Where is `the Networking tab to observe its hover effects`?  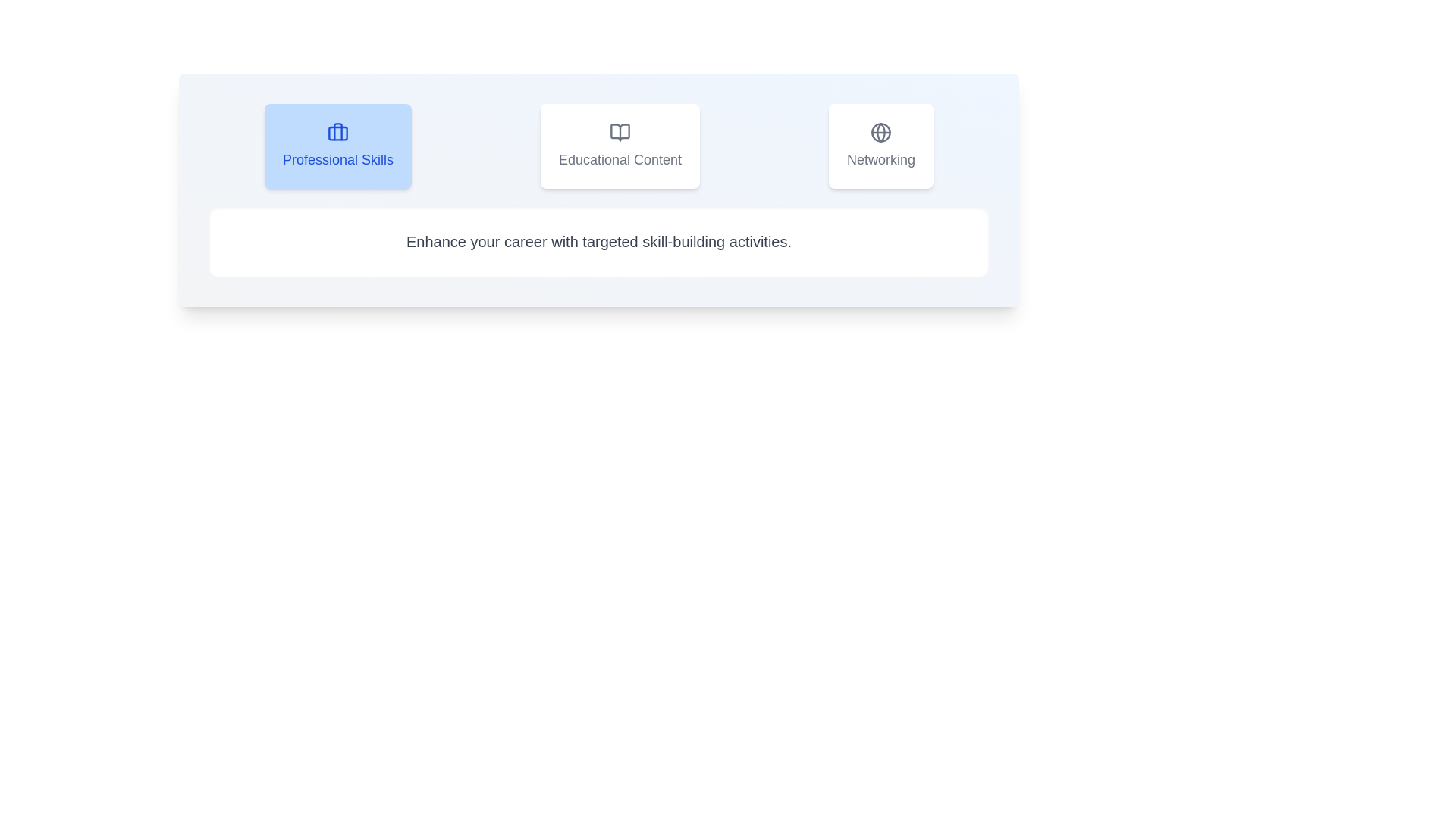
the Networking tab to observe its hover effects is located at coordinates (880, 146).